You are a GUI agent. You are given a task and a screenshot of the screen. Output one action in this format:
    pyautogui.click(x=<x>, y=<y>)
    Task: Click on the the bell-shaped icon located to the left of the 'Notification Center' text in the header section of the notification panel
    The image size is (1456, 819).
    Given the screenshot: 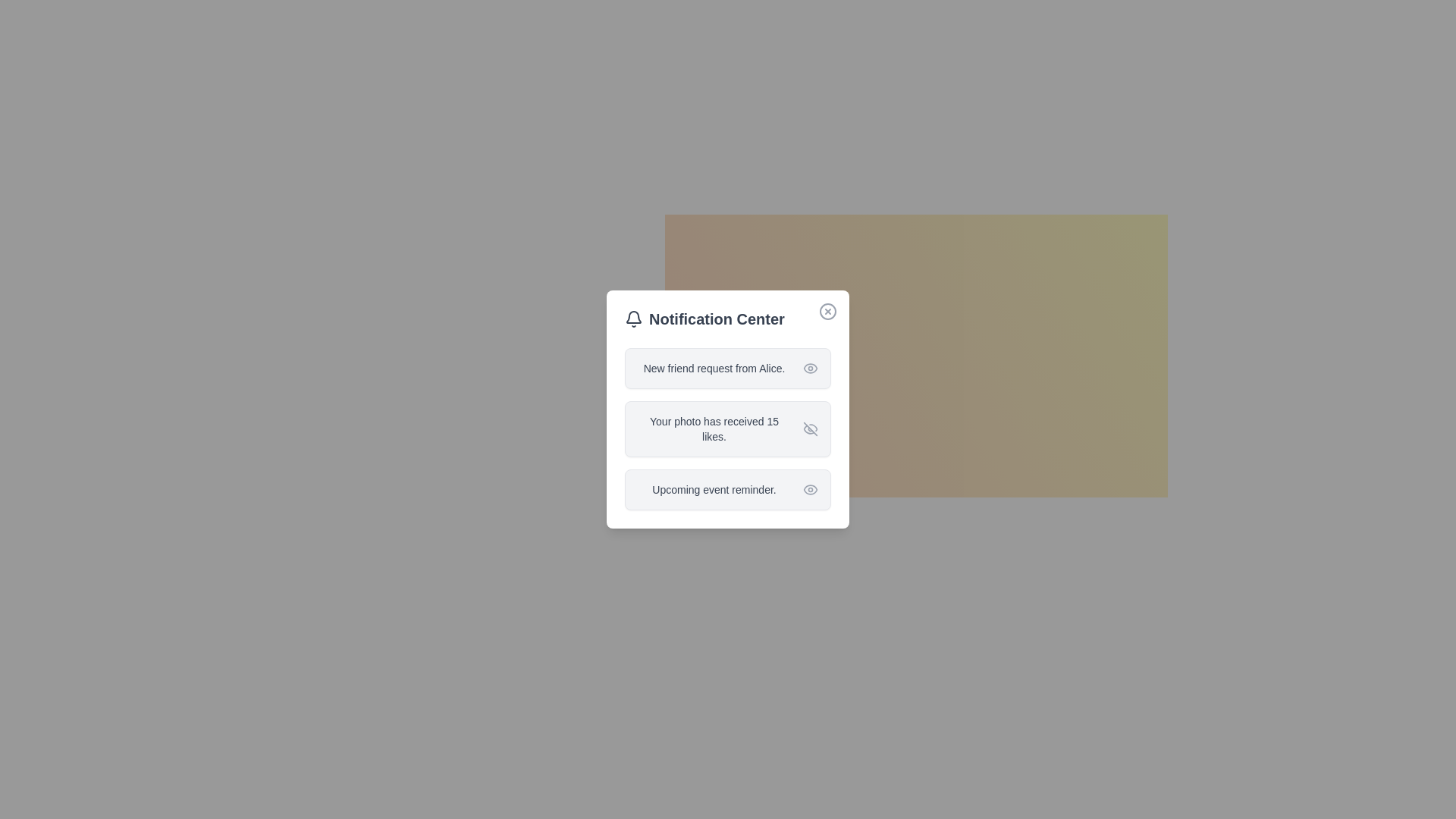 What is the action you would take?
    pyautogui.click(x=633, y=318)
    